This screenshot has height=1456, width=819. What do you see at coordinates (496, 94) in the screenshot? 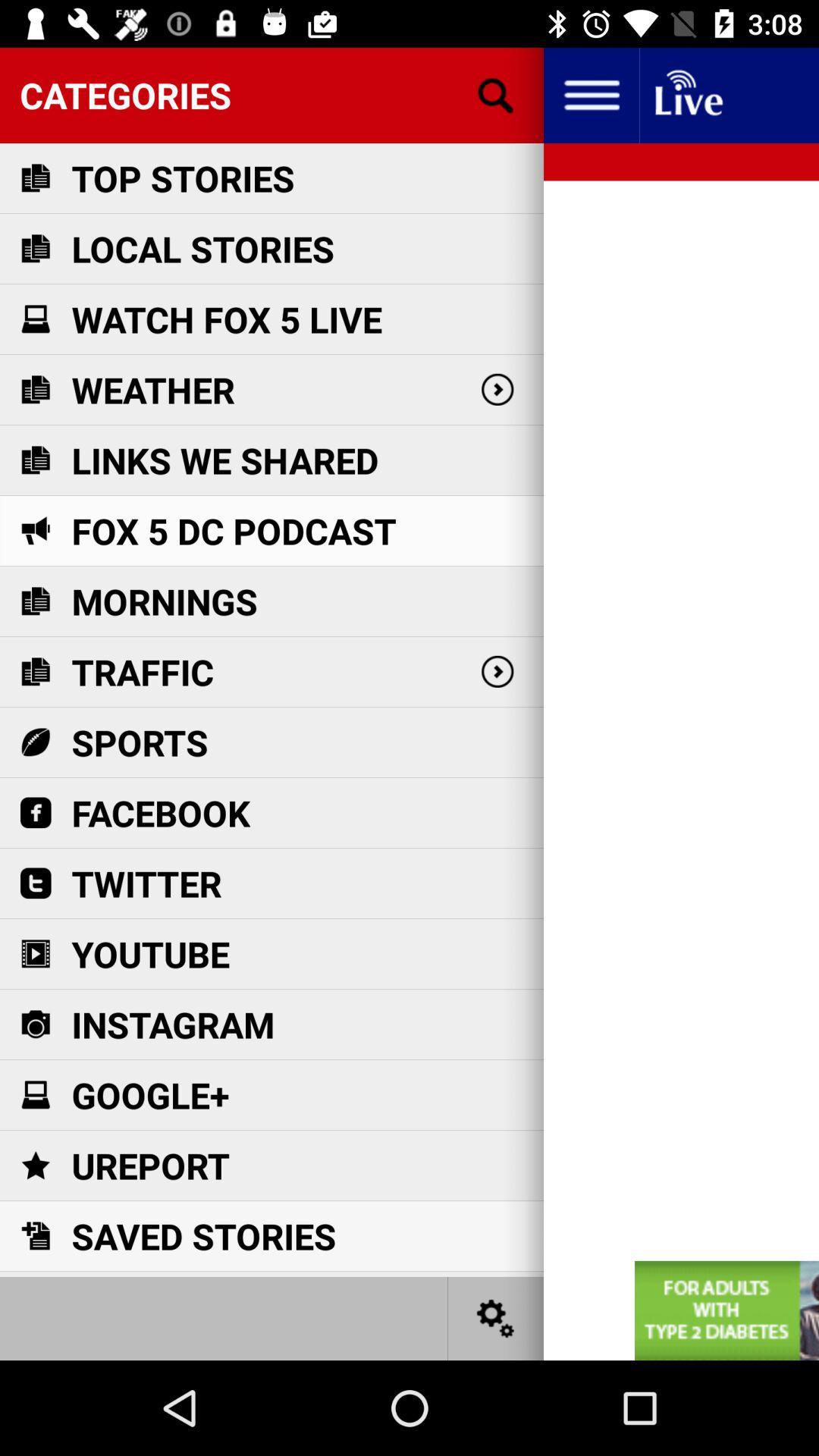
I see `the search icon` at bounding box center [496, 94].